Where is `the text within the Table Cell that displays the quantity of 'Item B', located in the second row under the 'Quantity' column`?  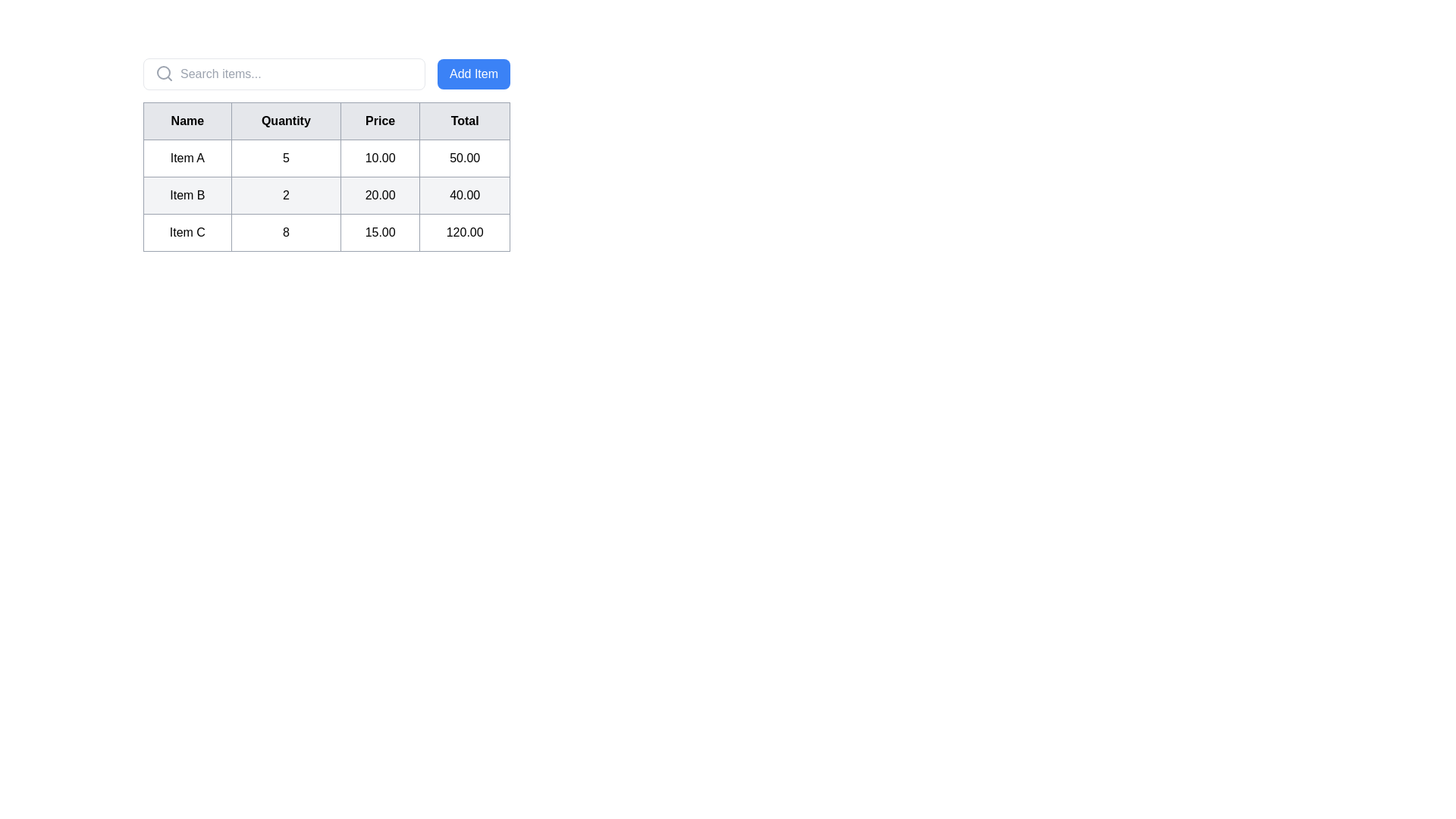
the text within the Table Cell that displays the quantity of 'Item B', located in the second row under the 'Quantity' column is located at coordinates (326, 195).